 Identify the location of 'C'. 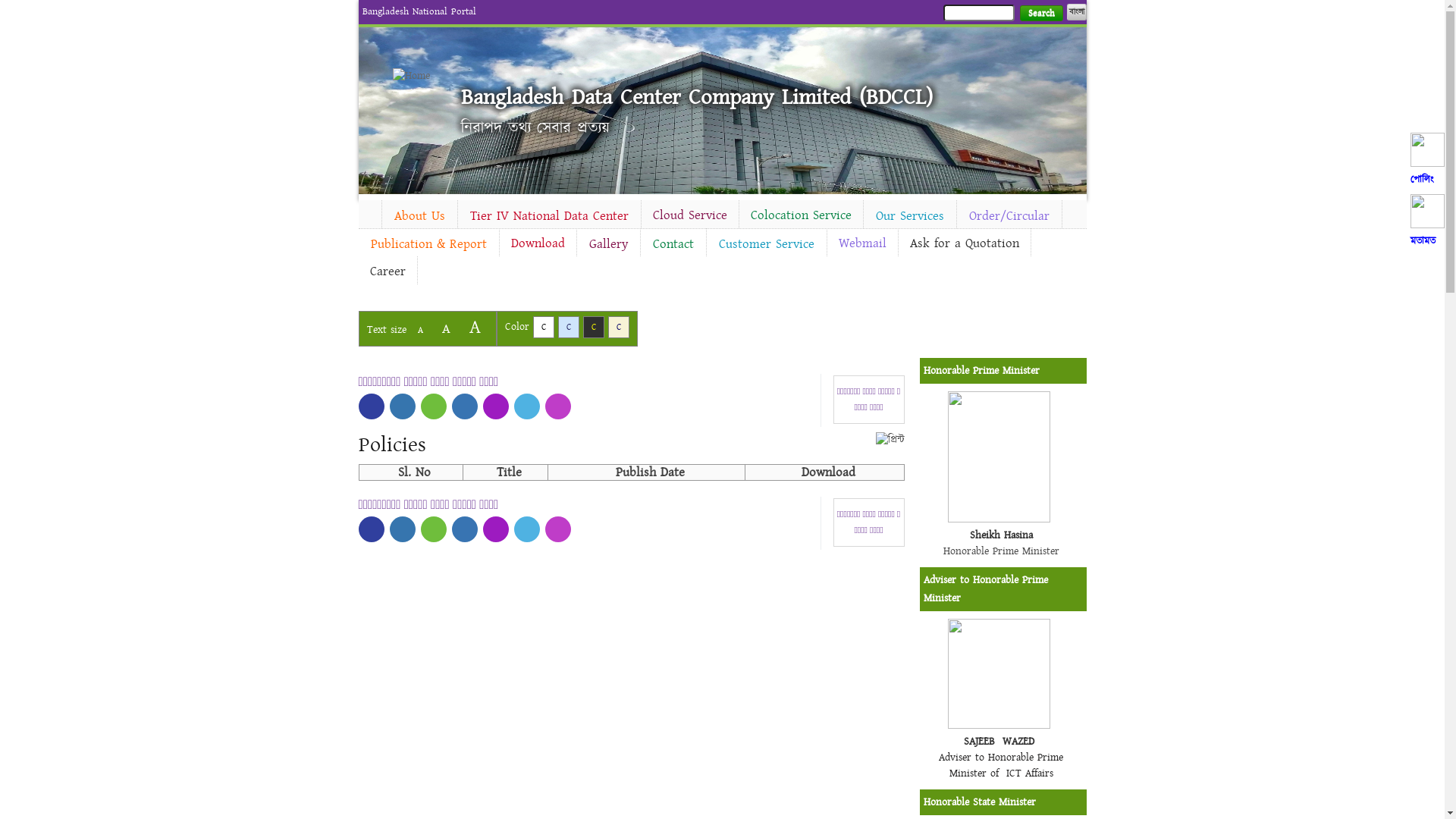
(567, 326).